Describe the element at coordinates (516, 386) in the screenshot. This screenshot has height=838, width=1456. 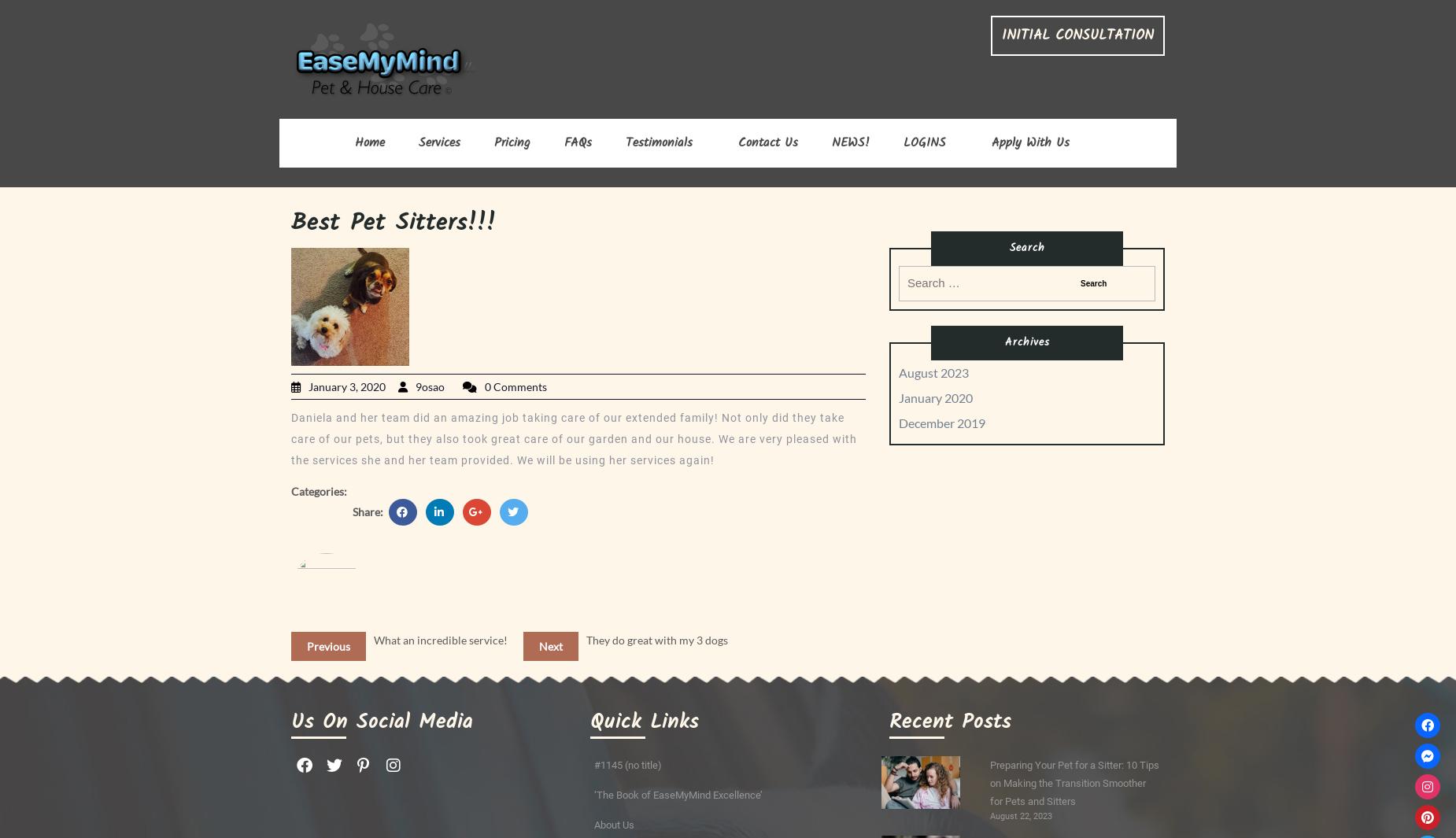
I see `'0 Comments'` at that location.